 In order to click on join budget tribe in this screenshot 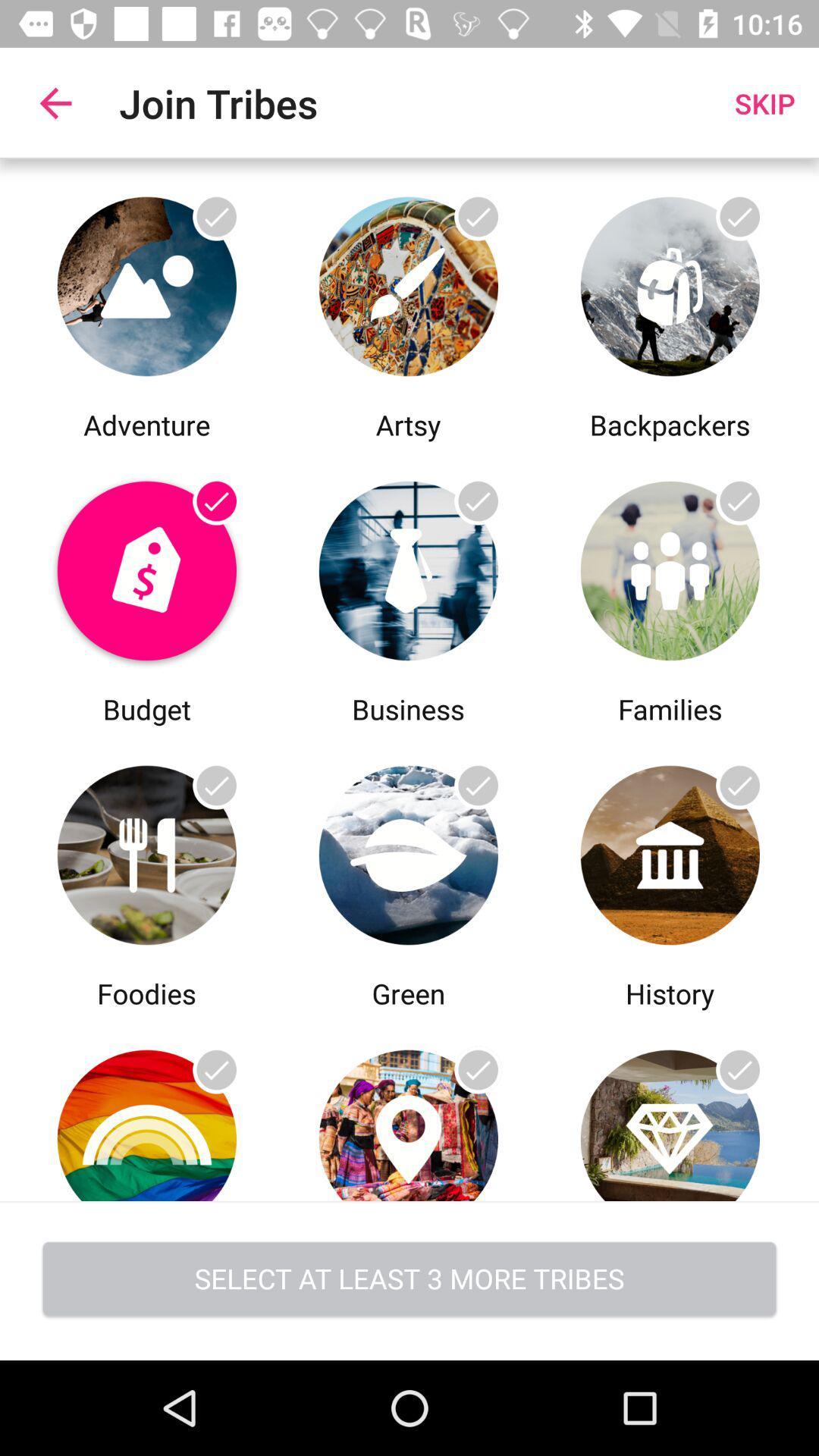, I will do `click(146, 566)`.